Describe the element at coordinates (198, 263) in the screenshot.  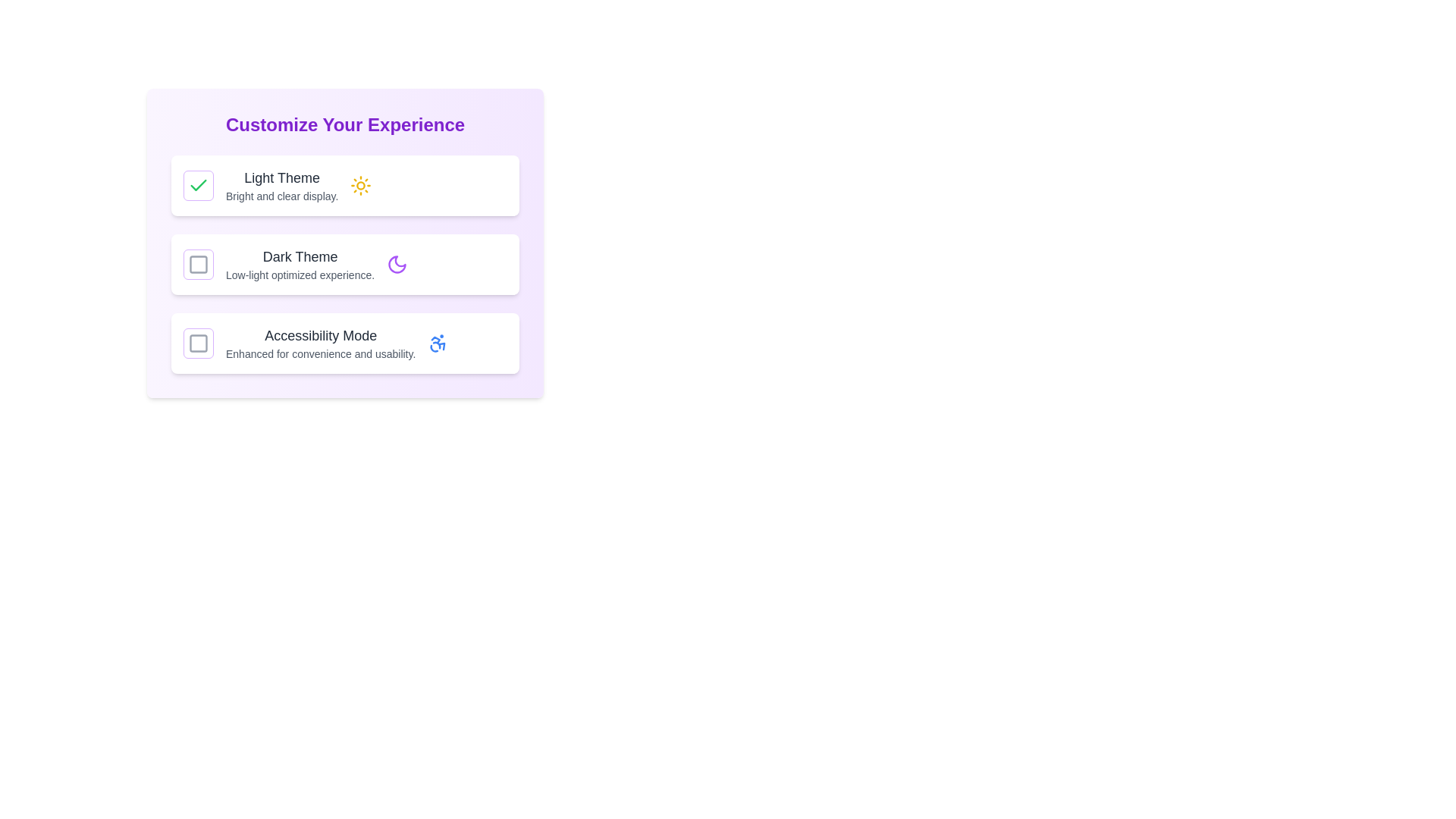
I see `the checkbox for selecting the 'Dark Theme' option, which is the second checkbox in the list under the 'Dark Theme' label` at that location.